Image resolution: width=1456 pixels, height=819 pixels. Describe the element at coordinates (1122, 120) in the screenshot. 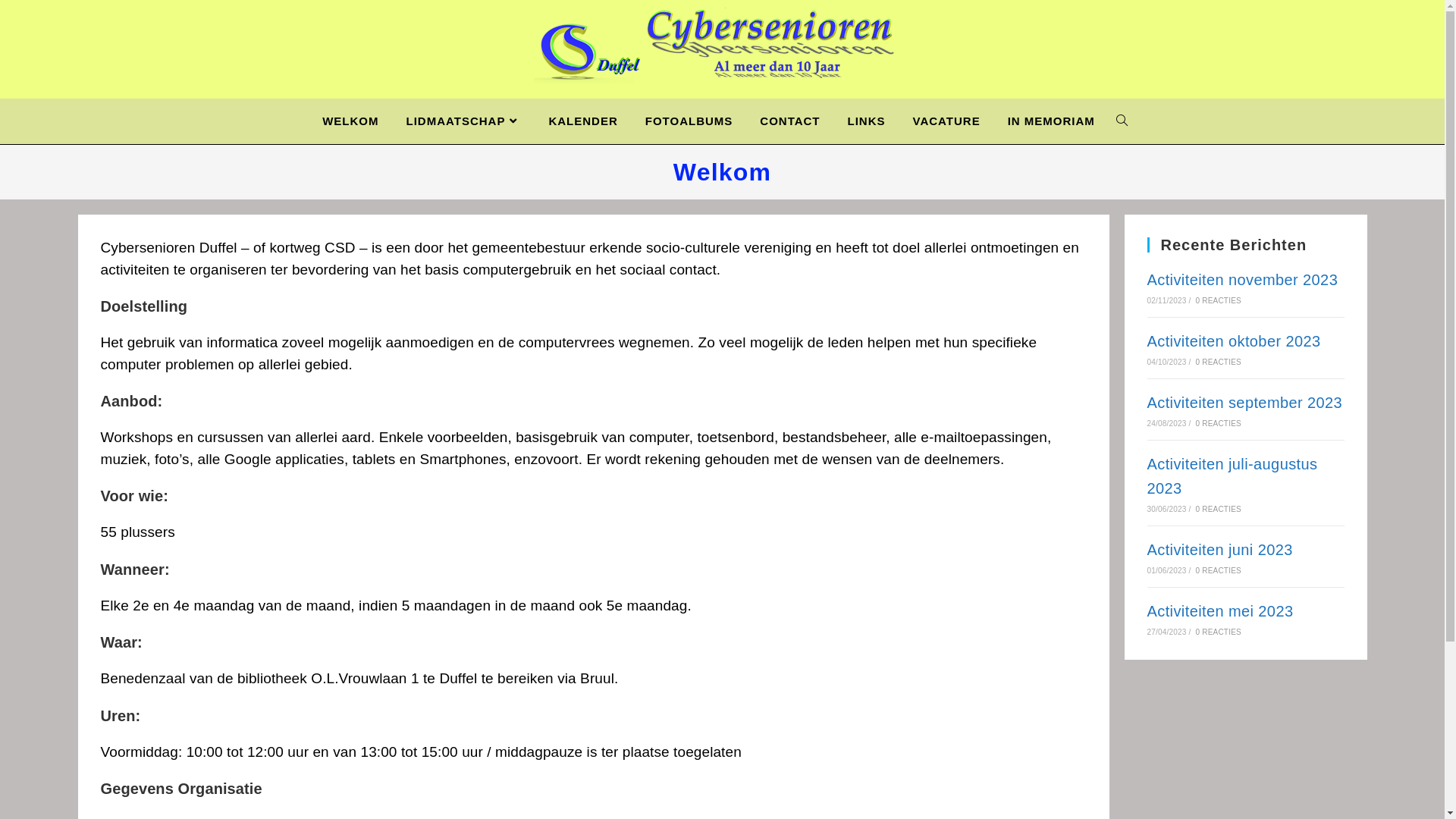

I see `'TOGGLE WEBSITE ZOEKEN'` at that location.